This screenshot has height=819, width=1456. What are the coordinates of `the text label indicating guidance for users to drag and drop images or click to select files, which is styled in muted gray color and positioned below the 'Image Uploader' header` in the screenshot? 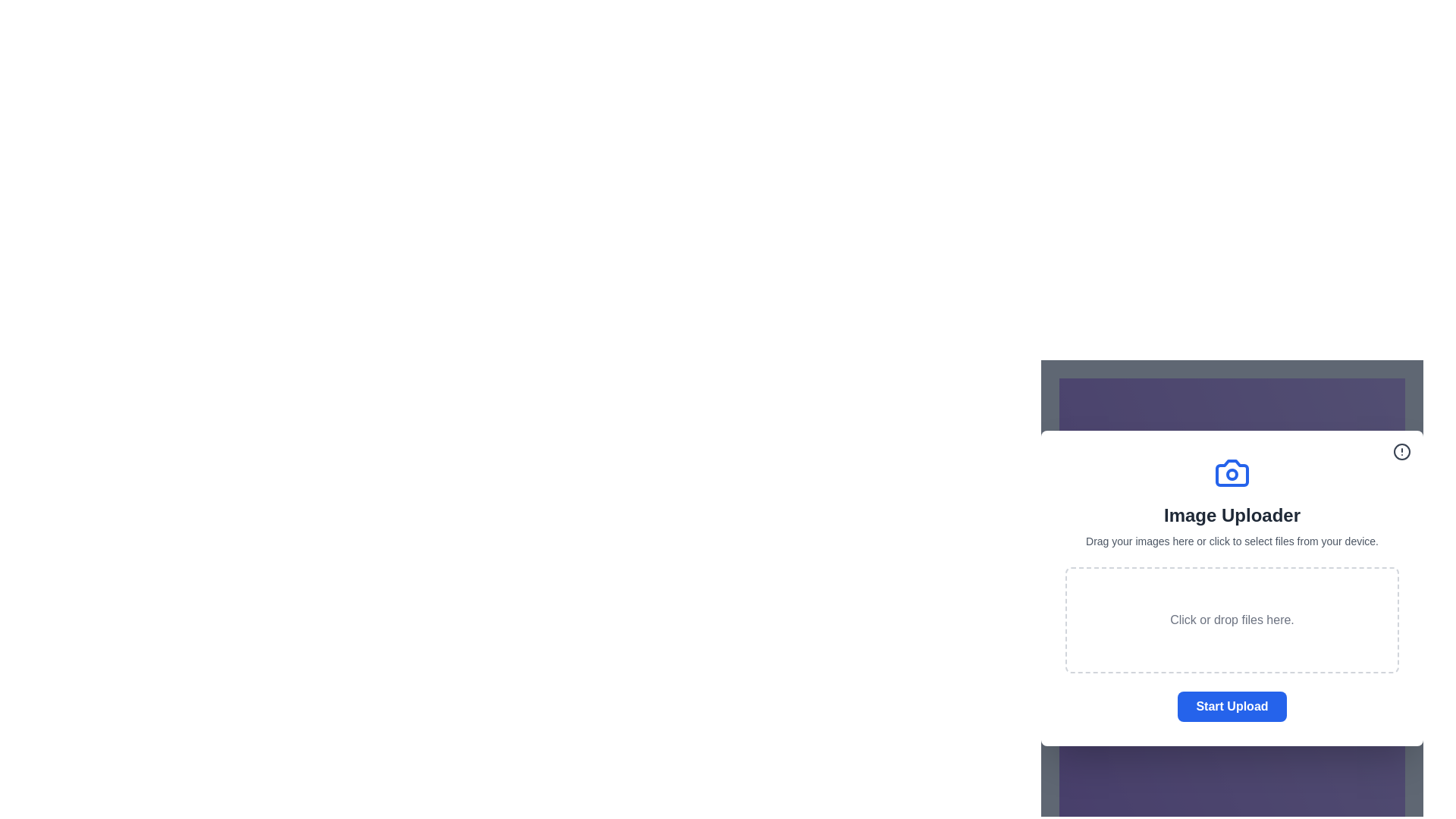 It's located at (1232, 540).